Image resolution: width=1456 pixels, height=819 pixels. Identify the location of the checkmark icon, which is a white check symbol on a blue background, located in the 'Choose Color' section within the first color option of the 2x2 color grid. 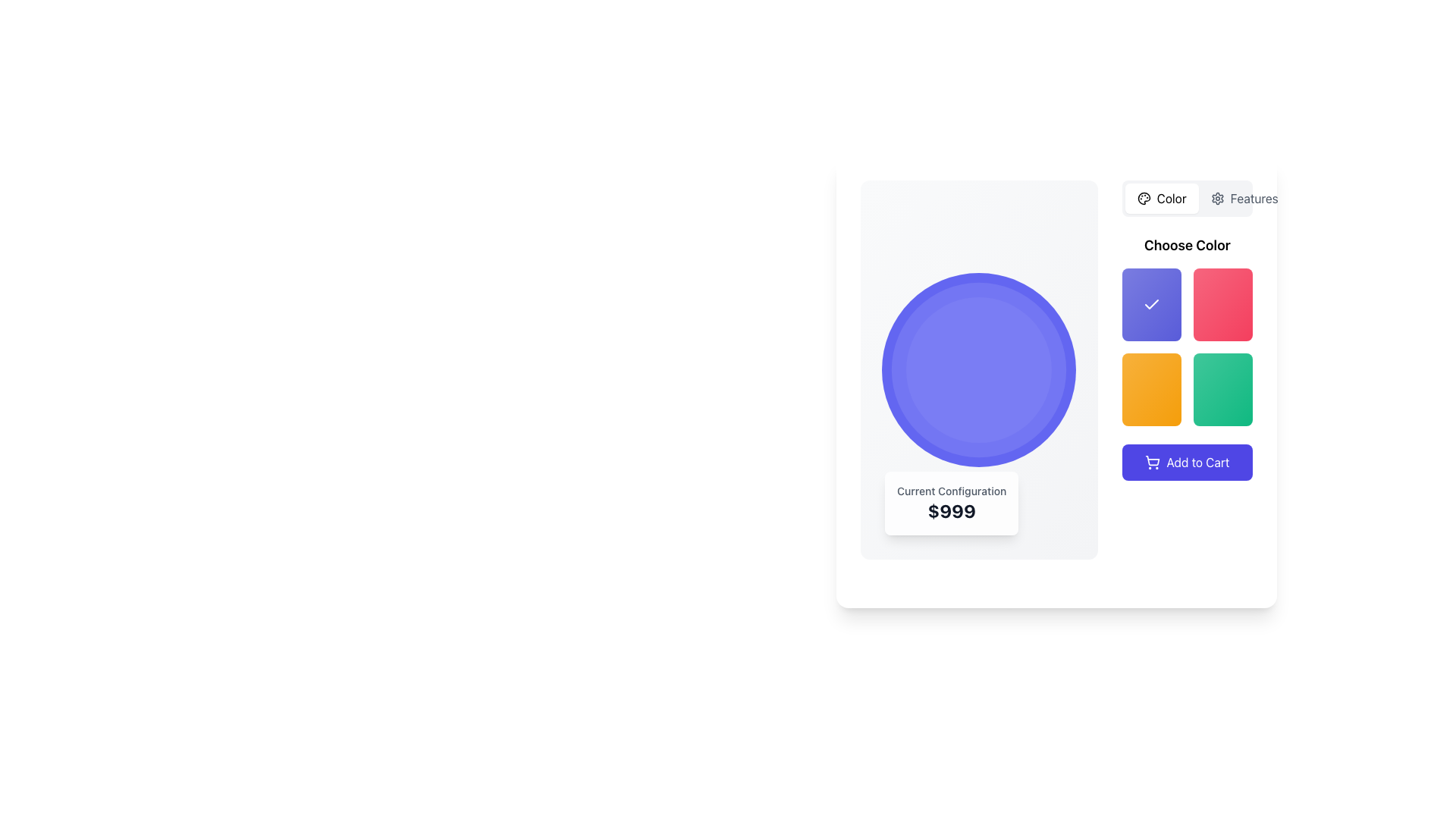
(1151, 304).